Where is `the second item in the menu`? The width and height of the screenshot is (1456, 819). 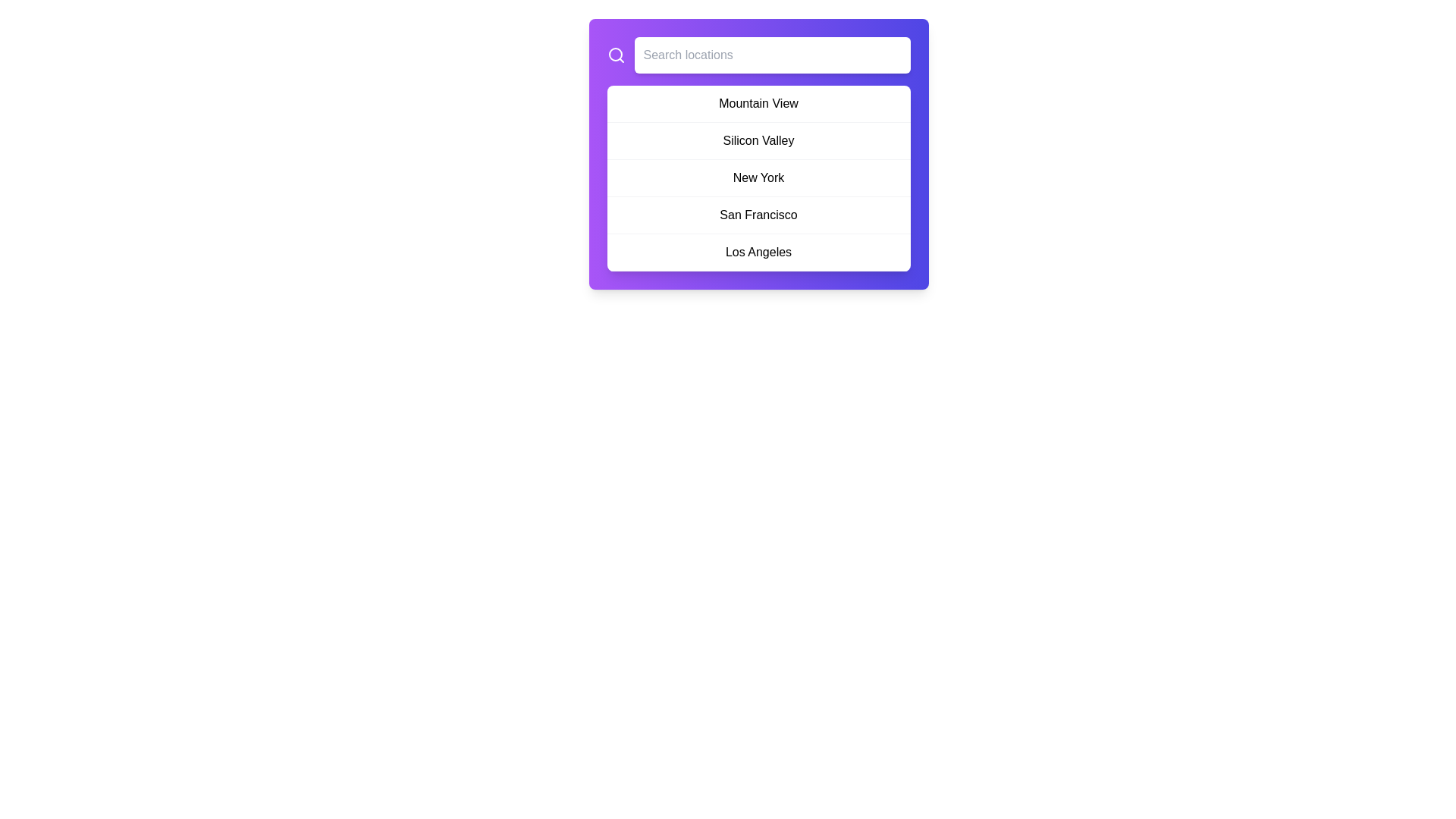 the second item in the menu is located at coordinates (758, 141).